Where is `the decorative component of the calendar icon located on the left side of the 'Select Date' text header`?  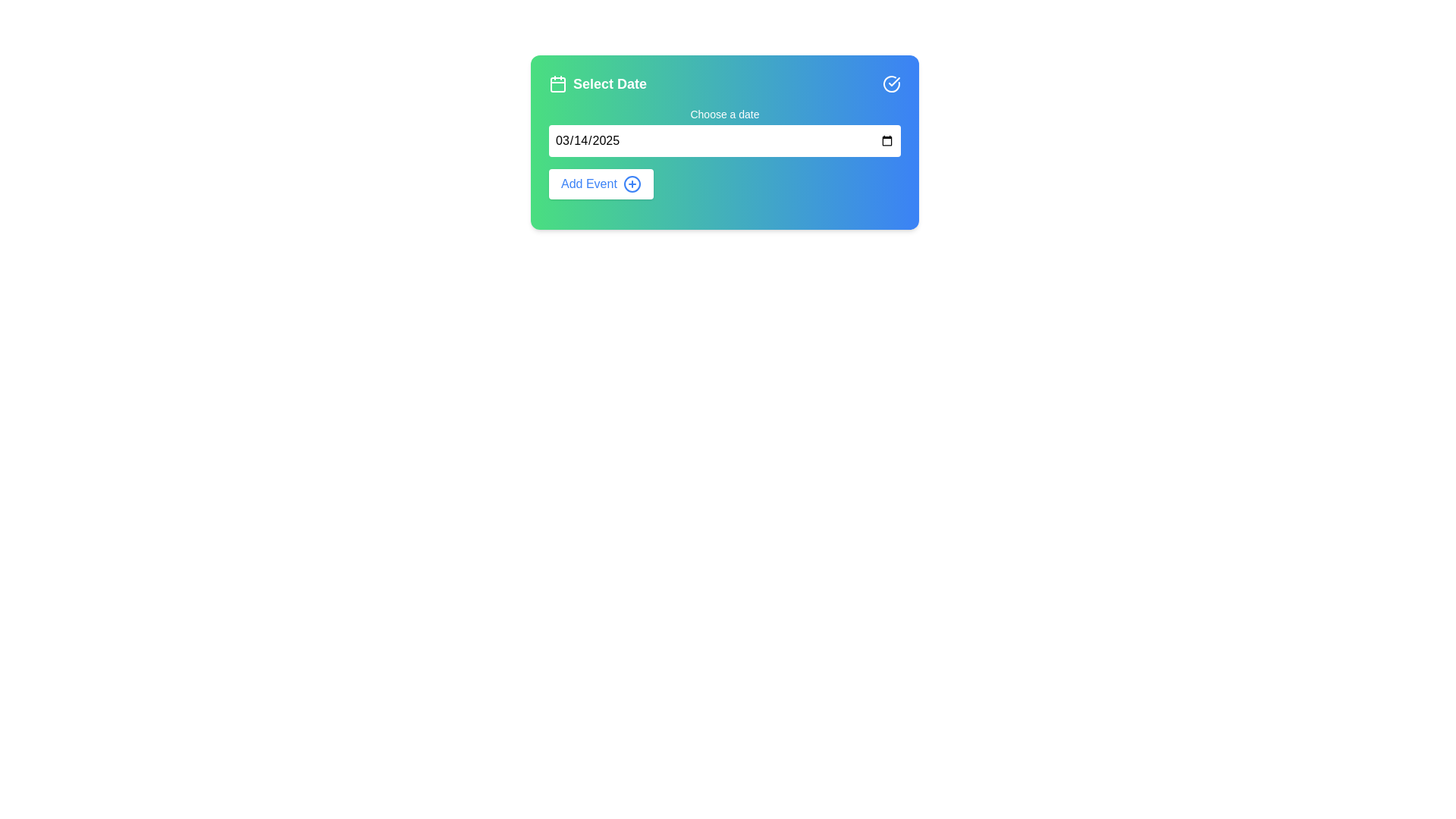 the decorative component of the calendar icon located on the left side of the 'Select Date' text header is located at coordinates (557, 84).